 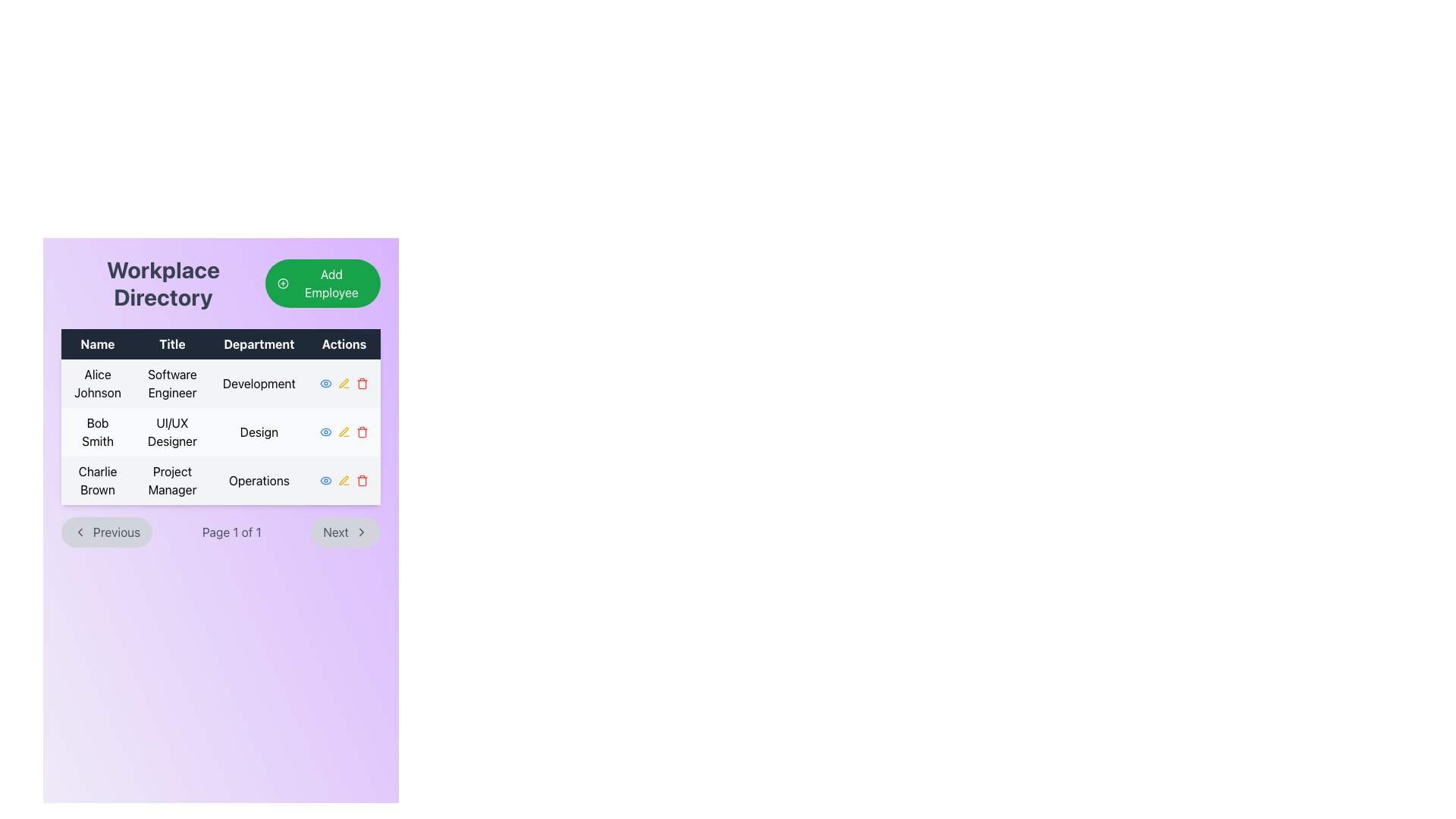 What do you see at coordinates (231, 532) in the screenshot?
I see `the text label displaying 'Page 1 of 1' in gray color, which is centered in the pagination bar at the bottom of the interface` at bounding box center [231, 532].